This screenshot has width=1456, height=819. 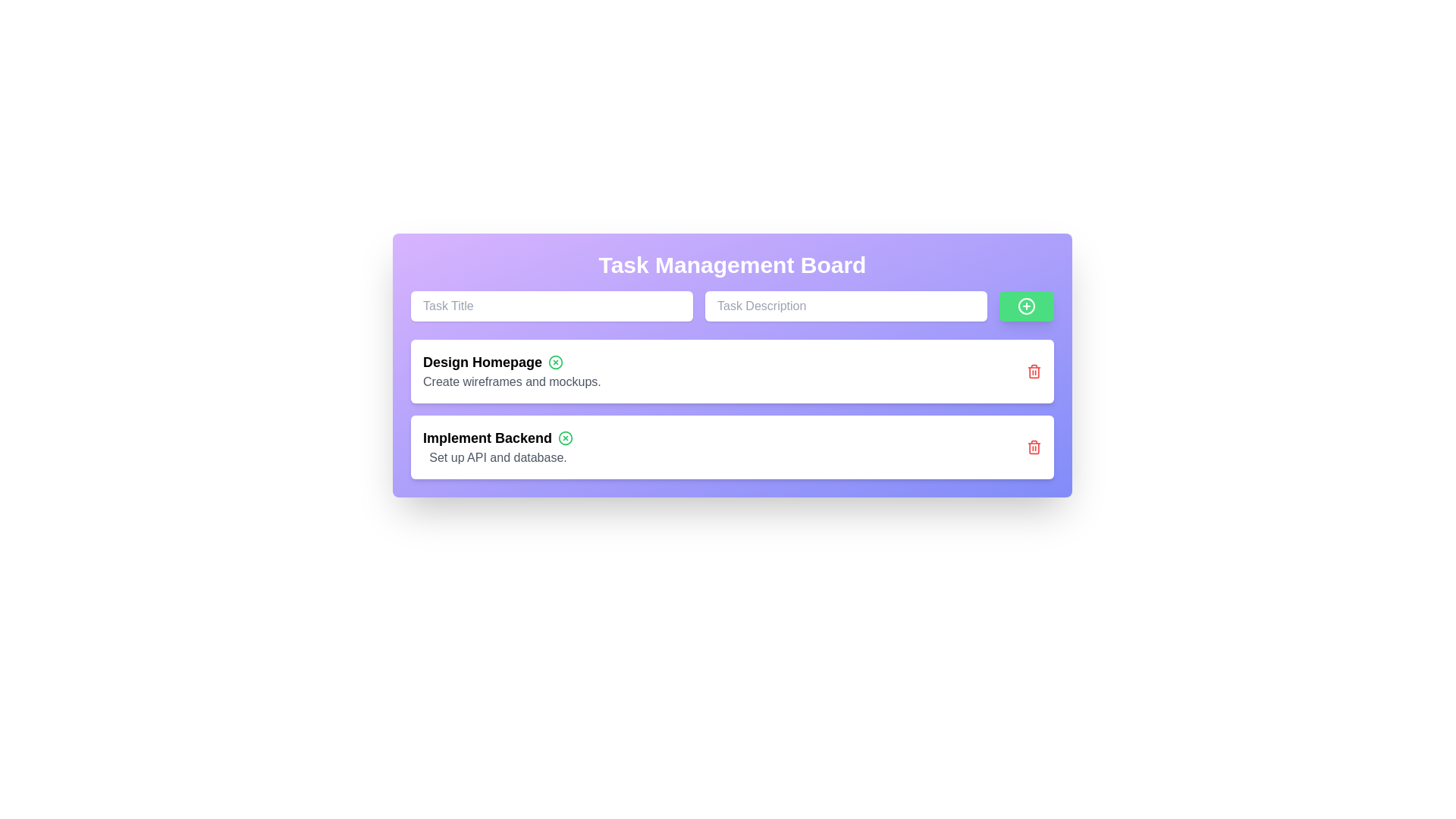 I want to click on the Task Display Block containing the text 'Implement Backend' and 'Set up API and database.' which is the second entry in the 'Task Management Board' list, so click(x=498, y=447).